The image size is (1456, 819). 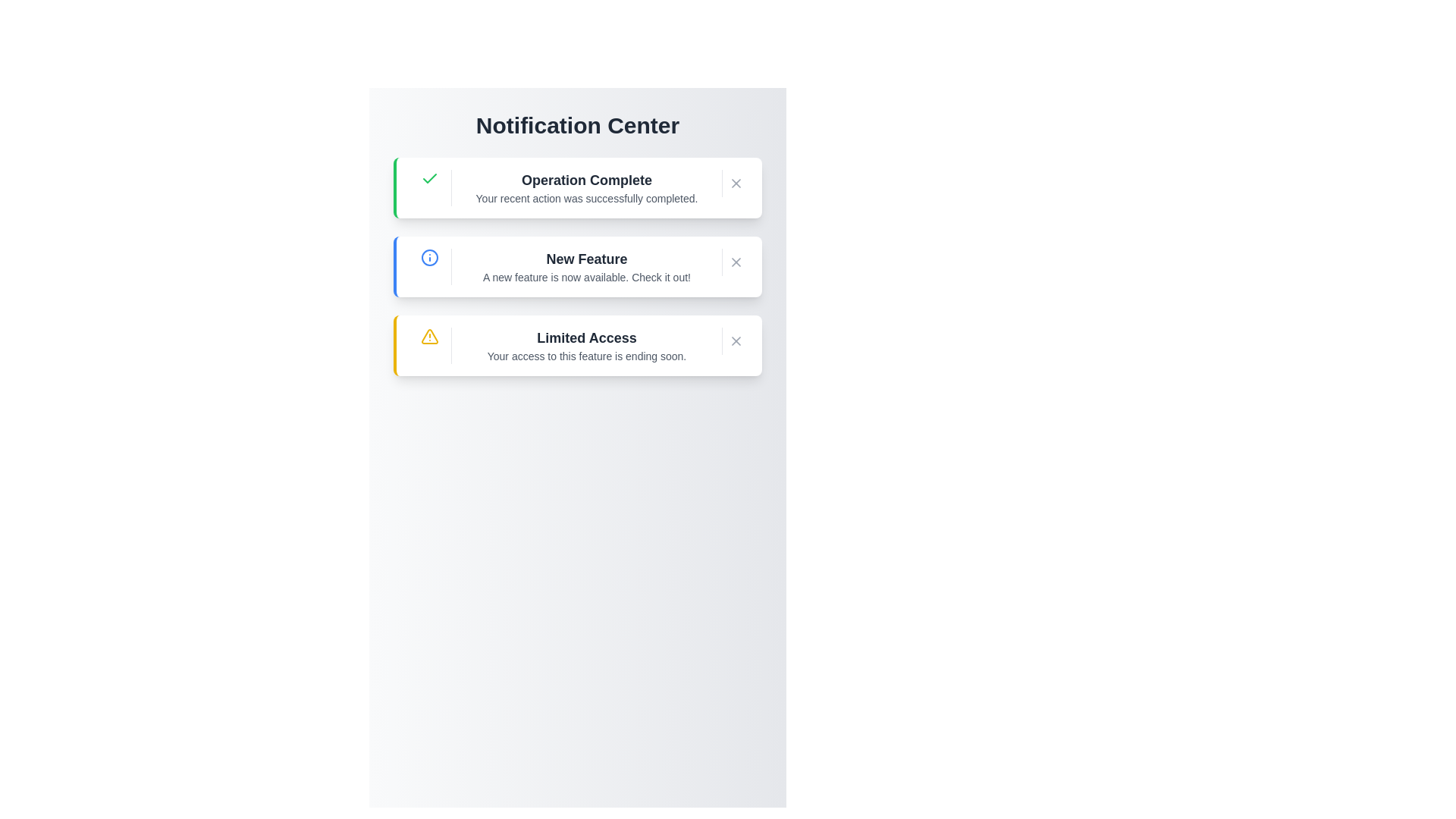 I want to click on the small 'X' icon button located on the right side of the 'New Feature' notification, so click(x=736, y=262).